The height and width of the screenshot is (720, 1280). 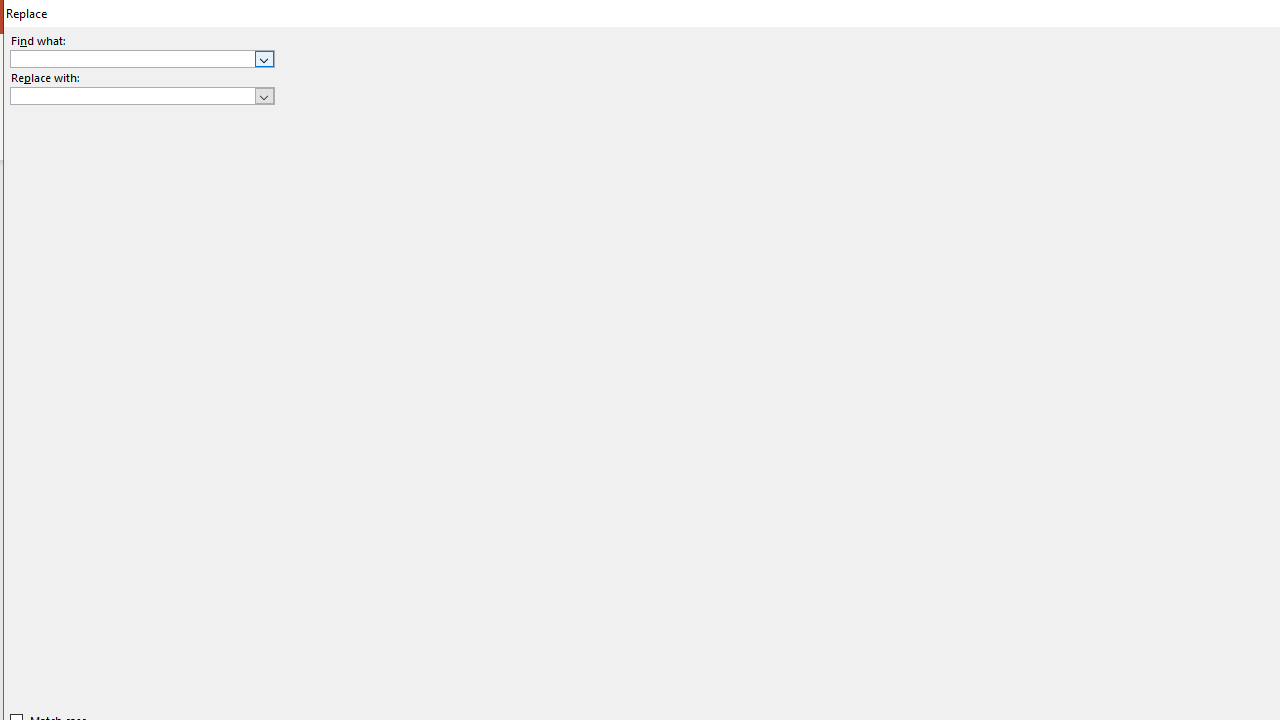 What do you see at coordinates (132, 95) in the screenshot?
I see `'Replace with'` at bounding box center [132, 95].